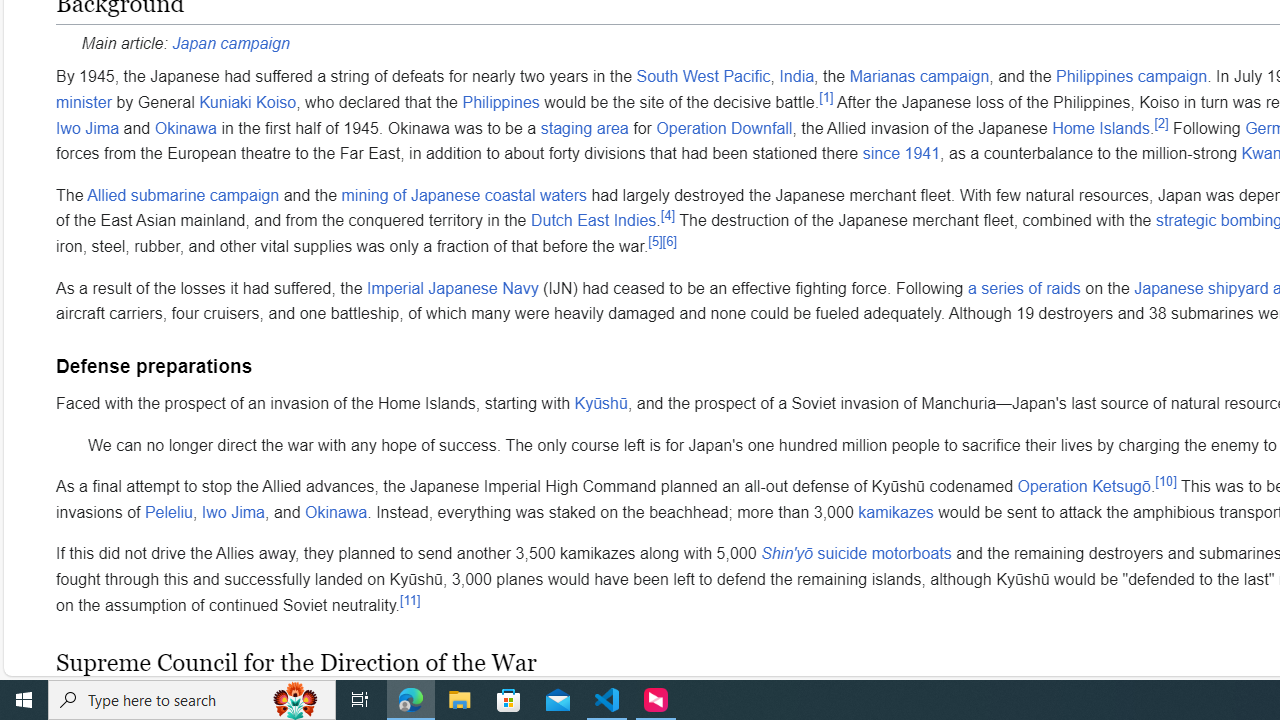  Describe the element at coordinates (1161, 123) in the screenshot. I see `'[2]'` at that location.